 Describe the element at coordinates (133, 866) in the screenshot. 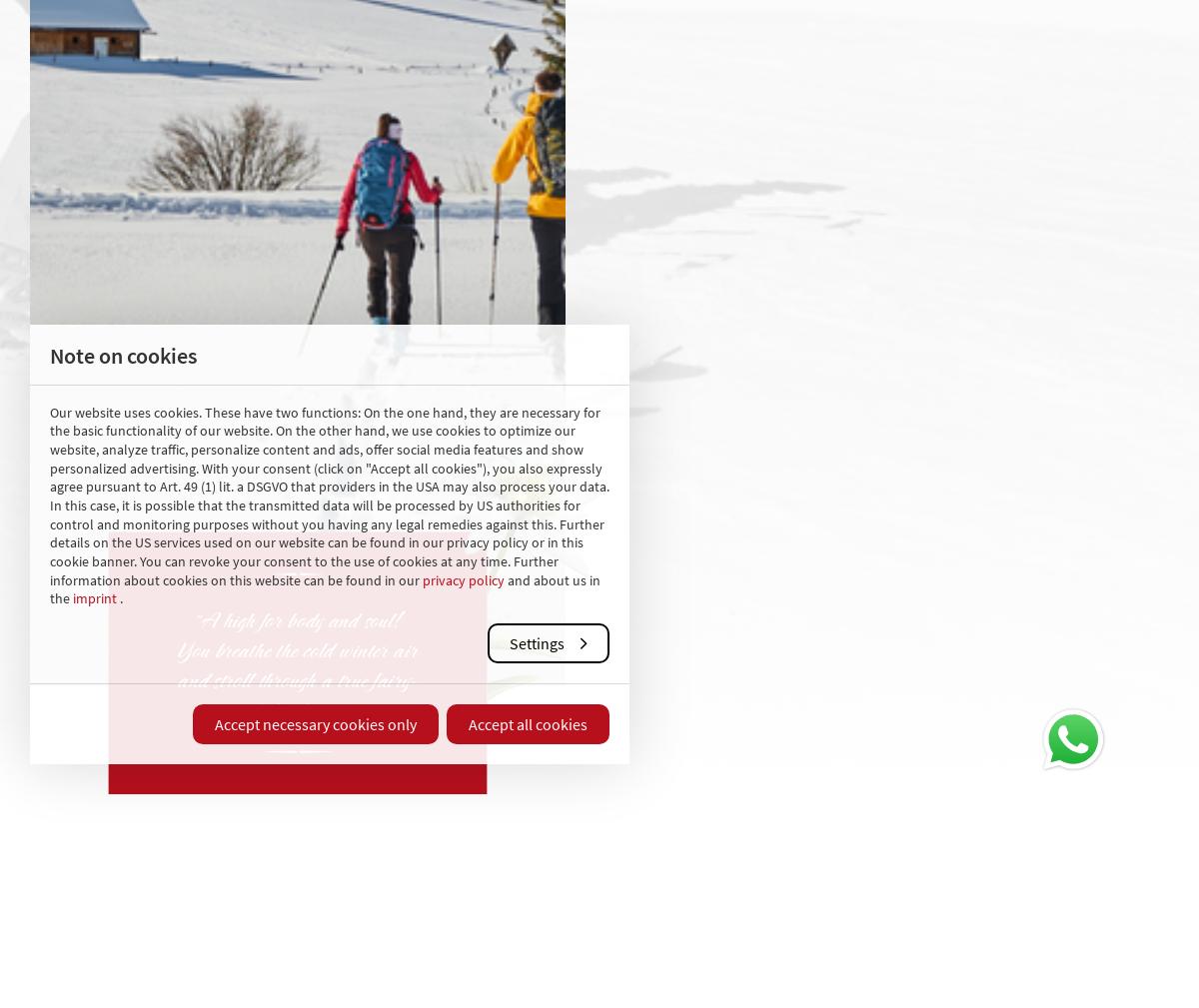

I see `'Do you have any further questions? We are very happy to help you.'` at that location.